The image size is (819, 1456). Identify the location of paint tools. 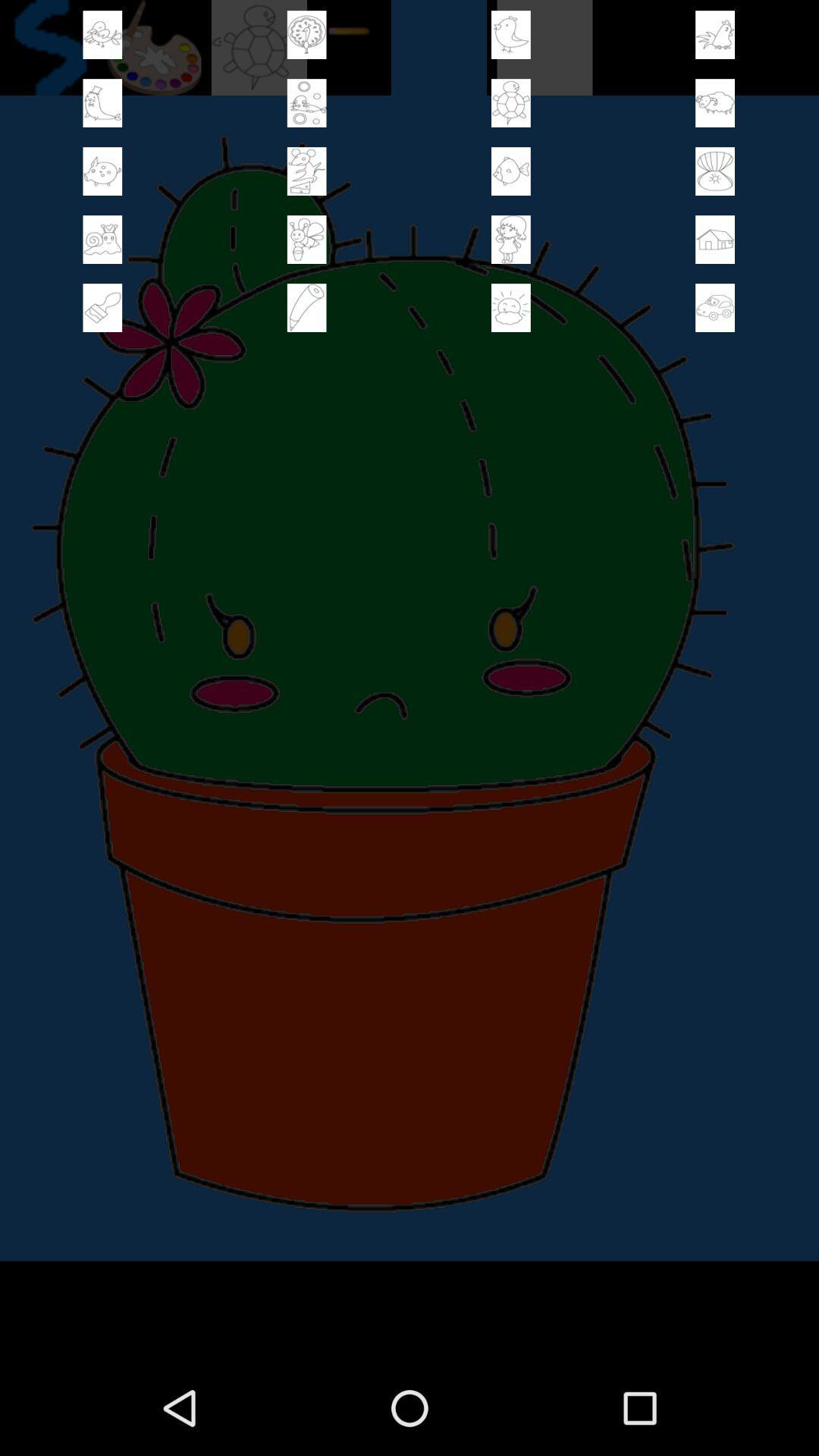
(510, 239).